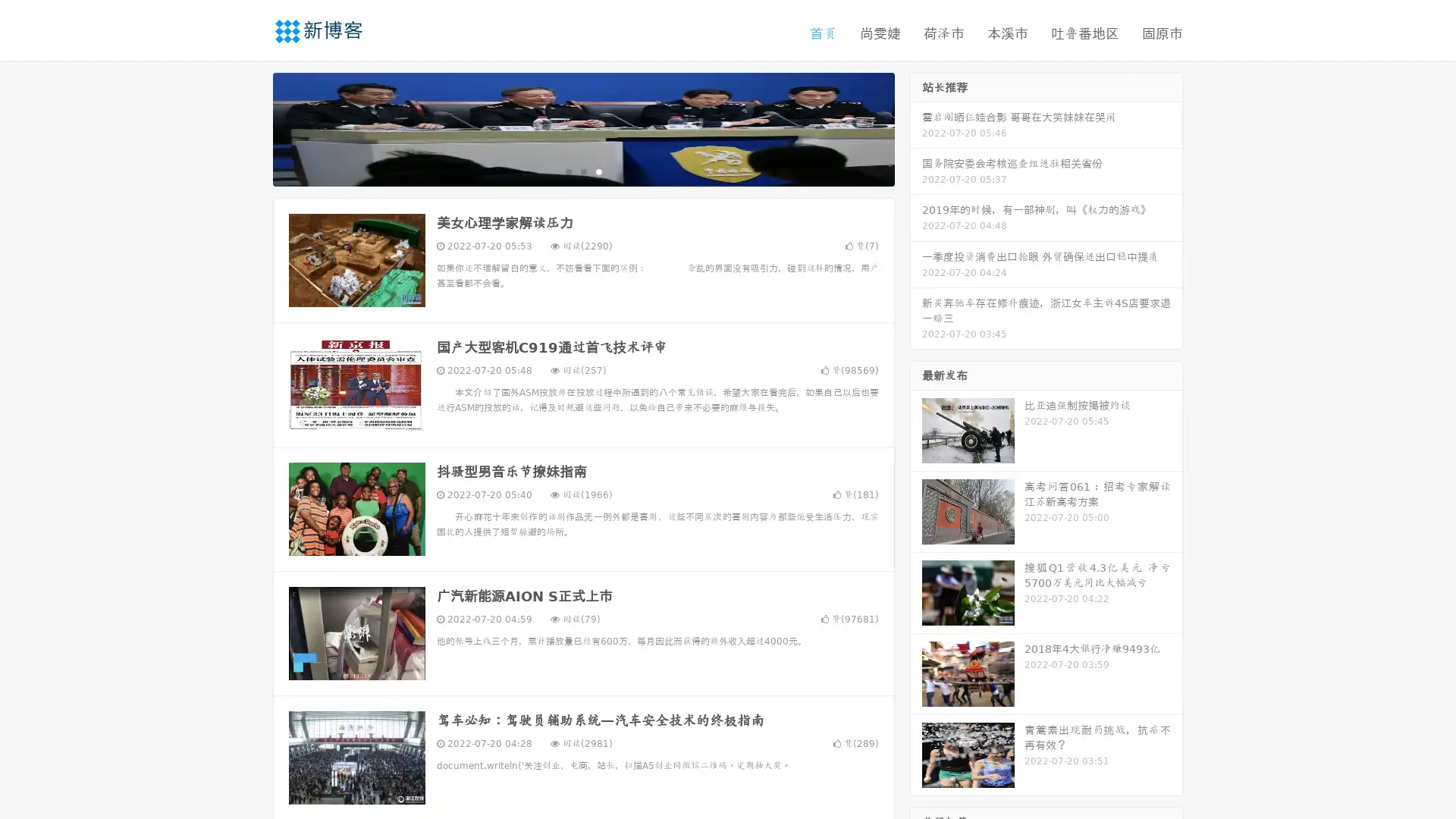 This screenshot has width=1456, height=819. I want to click on Go to slide 3, so click(598, 171).